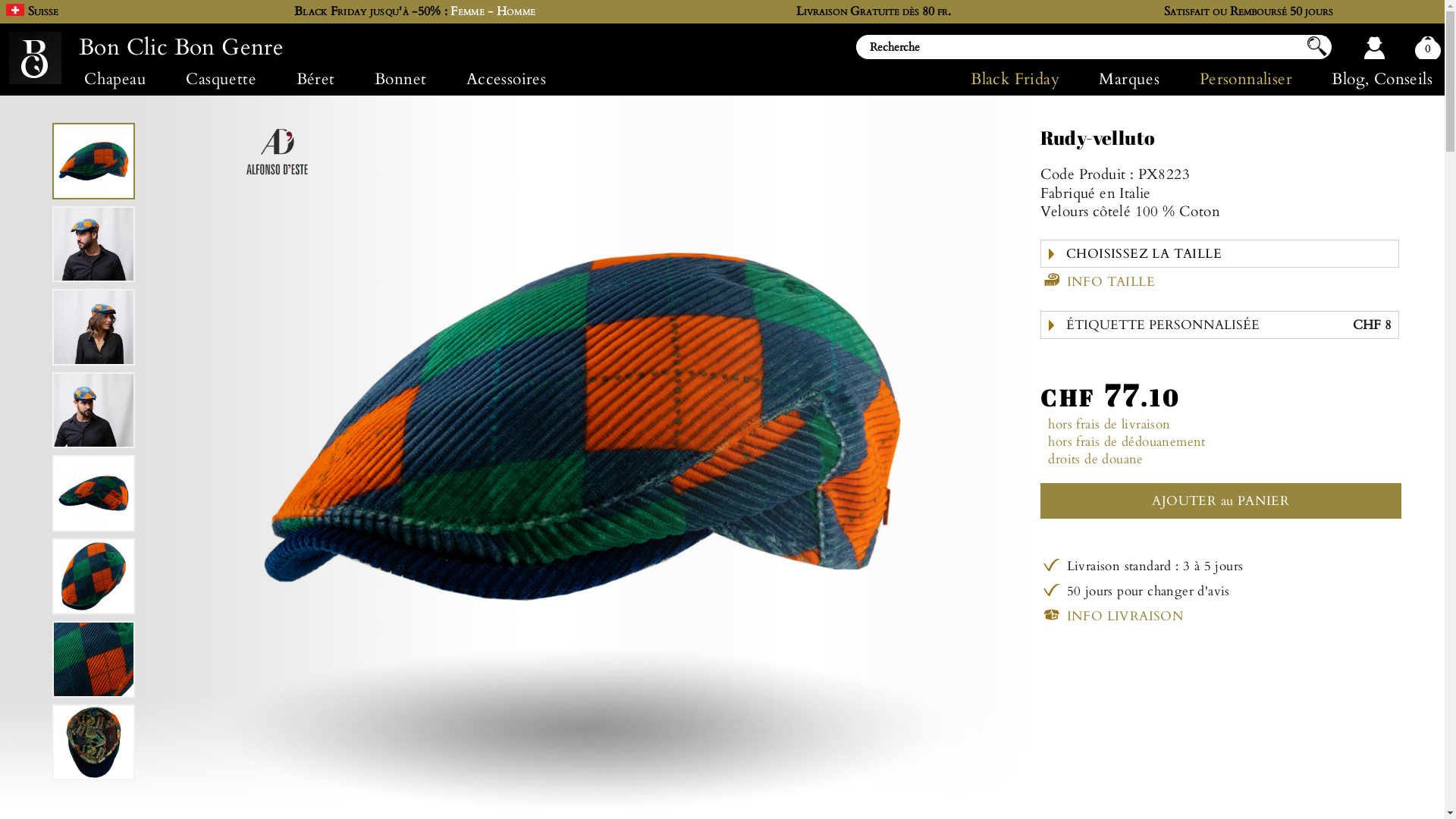 The height and width of the screenshot is (819, 1456). I want to click on 'INFO LIVRAISON', so click(1112, 614).